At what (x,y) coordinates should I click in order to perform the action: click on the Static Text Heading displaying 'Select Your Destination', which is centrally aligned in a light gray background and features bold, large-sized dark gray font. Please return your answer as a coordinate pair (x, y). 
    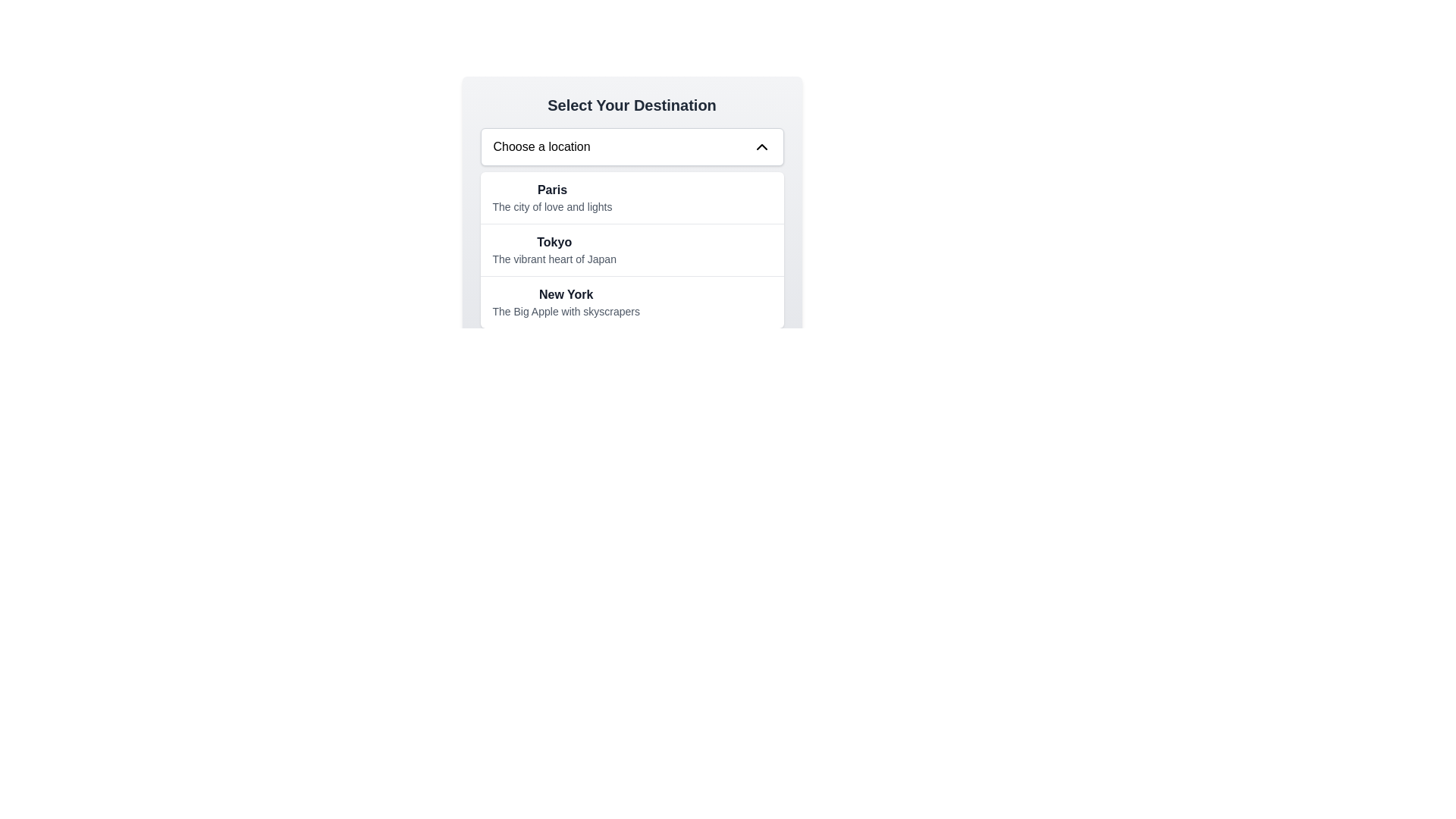
    Looking at the image, I should click on (632, 104).